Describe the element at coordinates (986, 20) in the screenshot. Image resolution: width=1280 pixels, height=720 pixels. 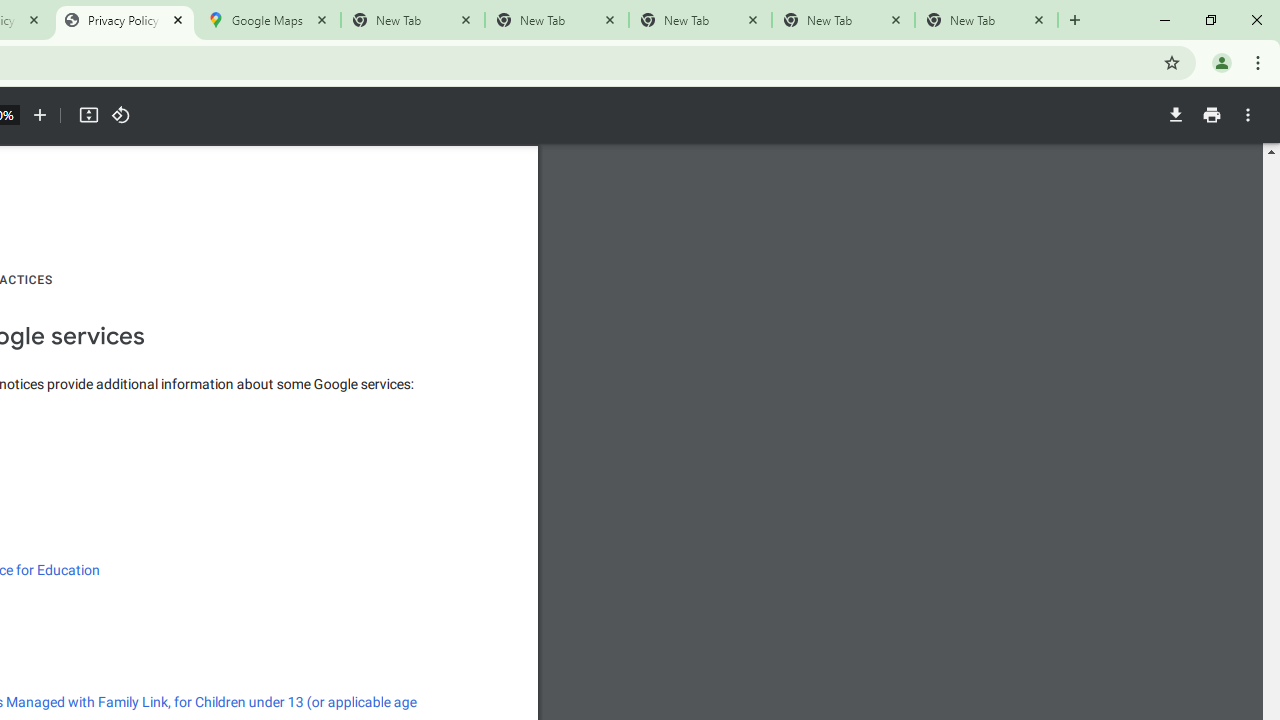
I see `'New Tab'` at that location.